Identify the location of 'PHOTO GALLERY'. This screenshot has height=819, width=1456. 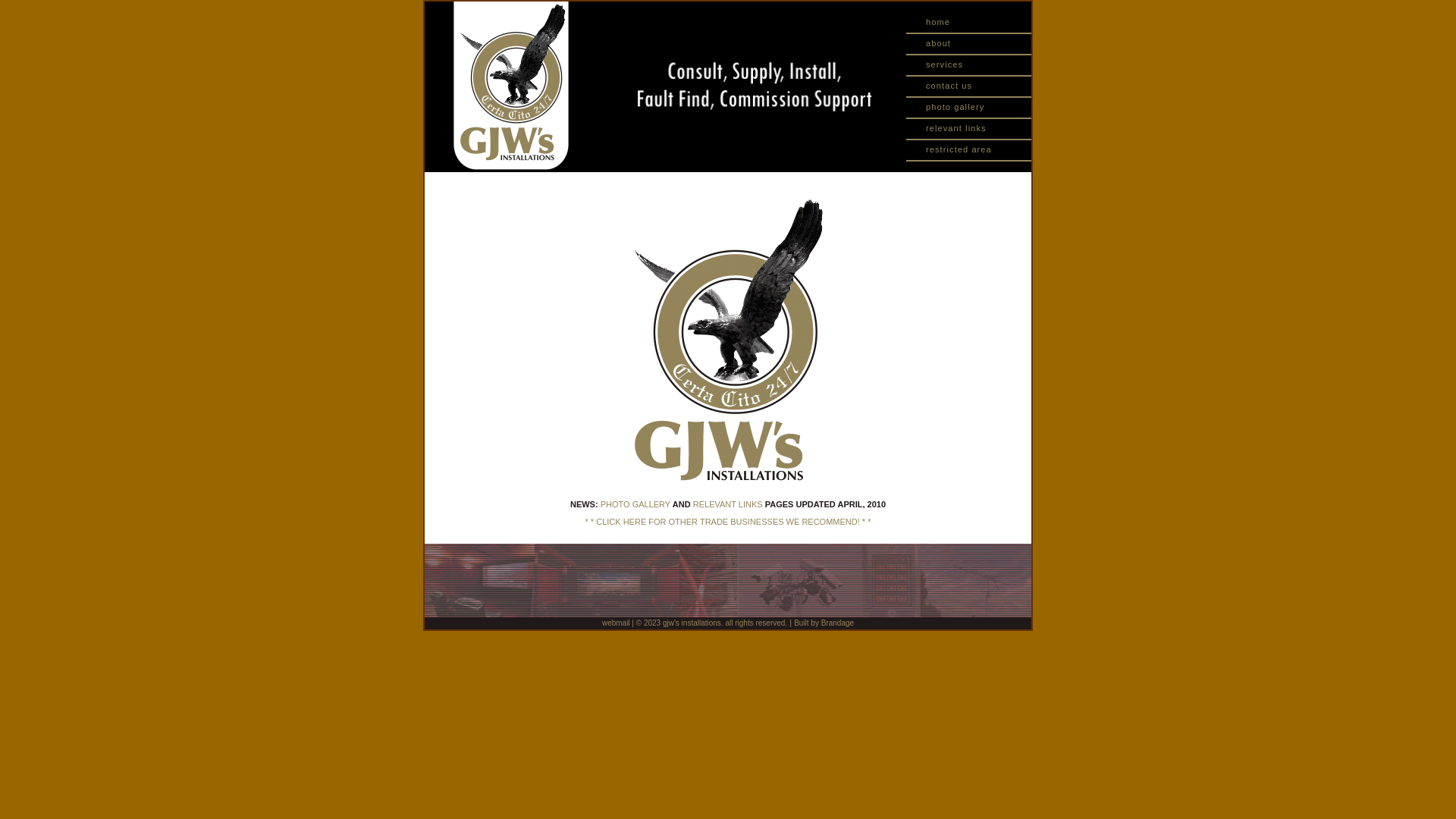
(600, 504).